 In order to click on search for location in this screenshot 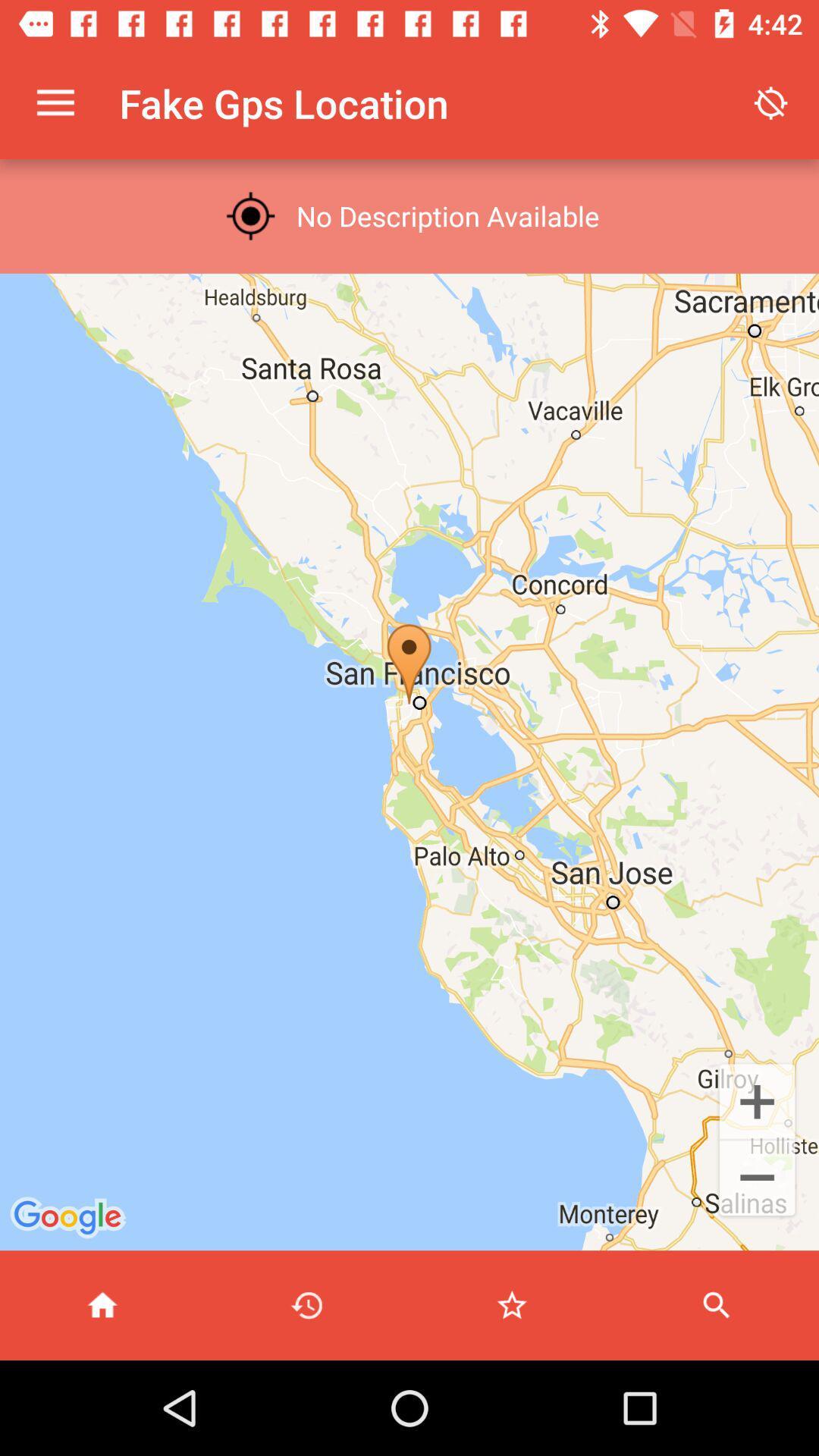, I will do `click(717, 1304)`.